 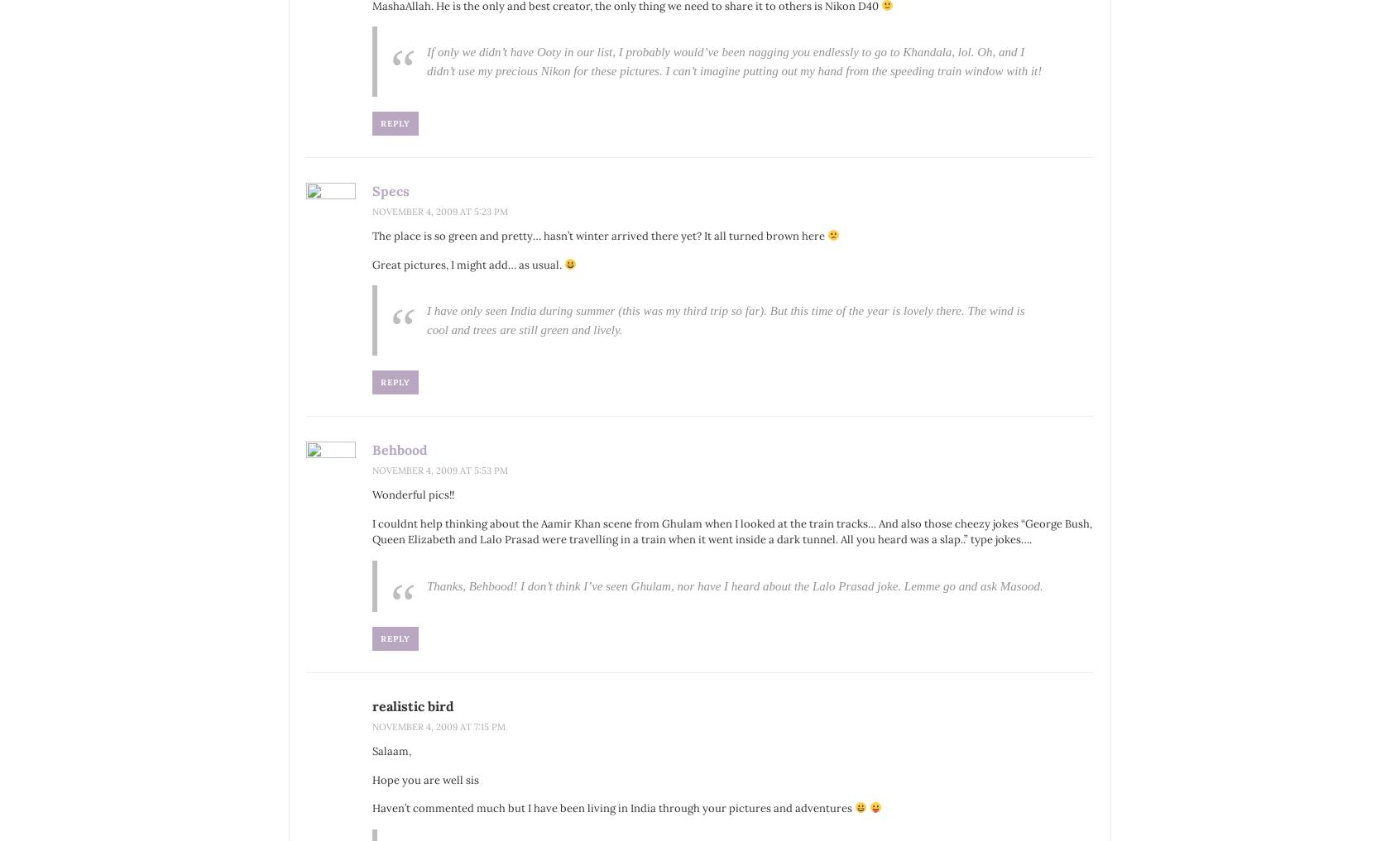 What do you see at coordinates (612, 808) in the screenshot?
I see `'Haven’t commented much but I have been living in India through your pictures and adventures'` at bounding box center [612, 808].